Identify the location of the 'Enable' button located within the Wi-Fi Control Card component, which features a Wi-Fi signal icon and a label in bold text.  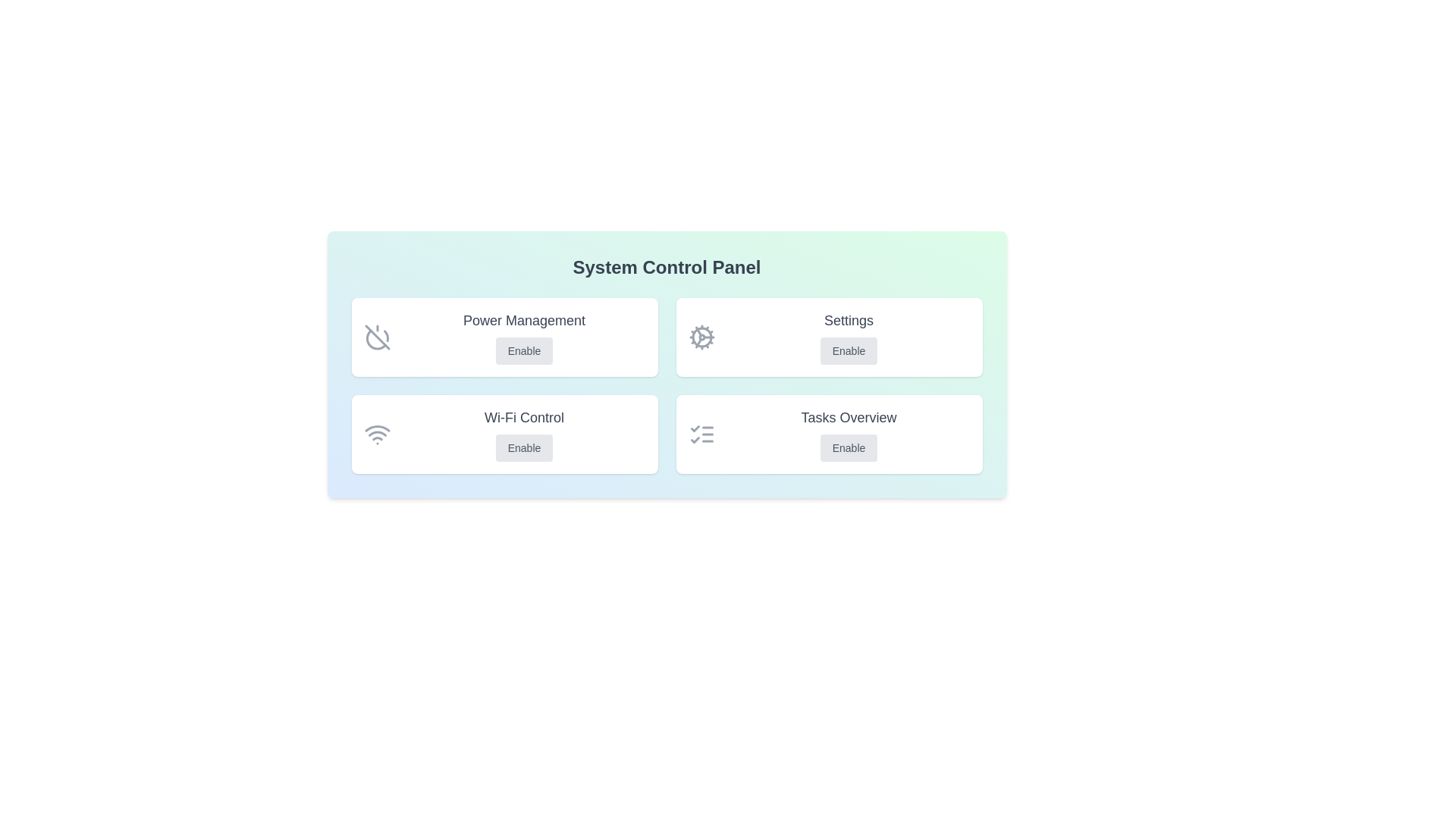
(504, 435).